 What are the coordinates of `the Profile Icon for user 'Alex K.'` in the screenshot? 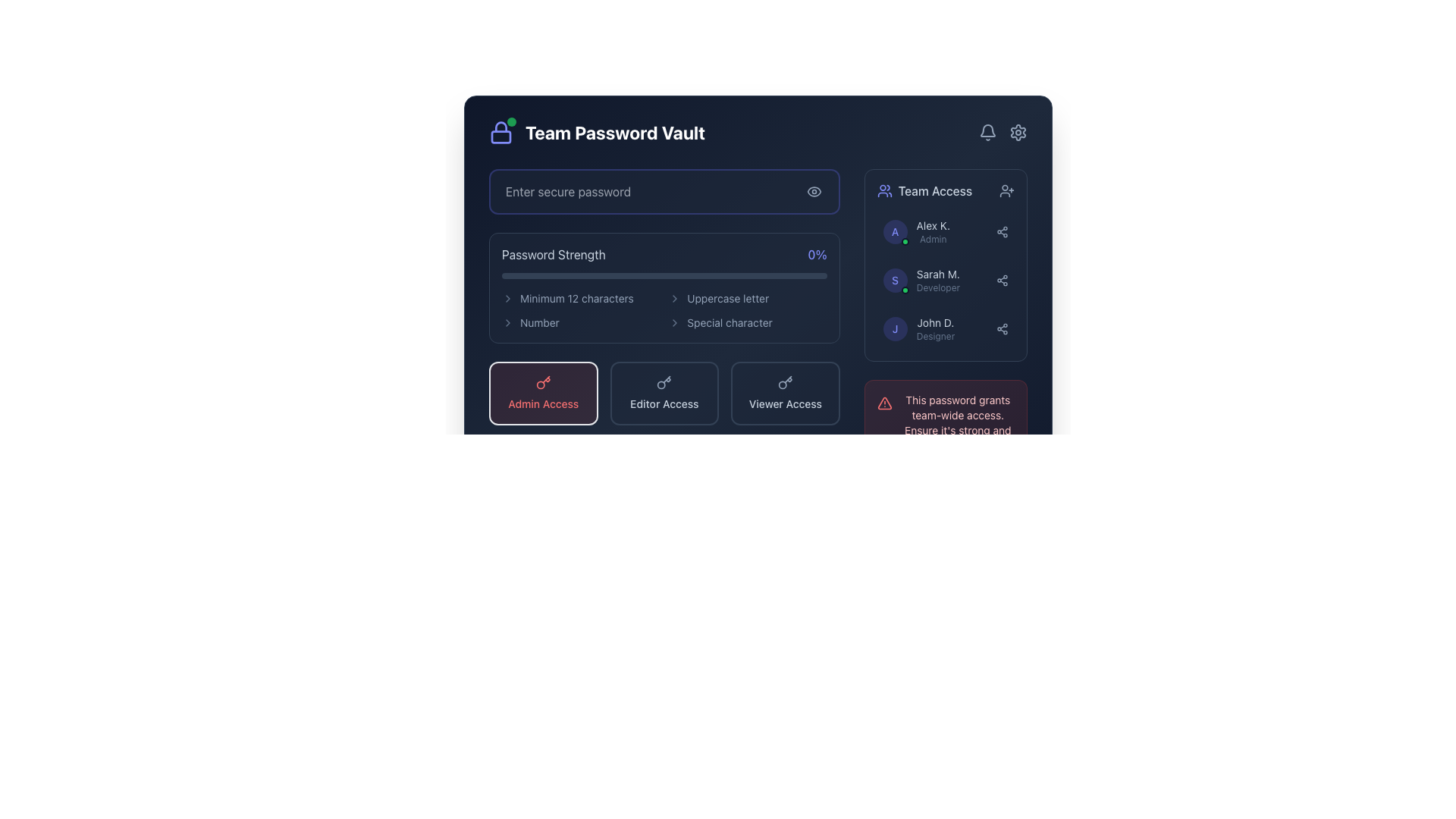 It's located at (895, 231).